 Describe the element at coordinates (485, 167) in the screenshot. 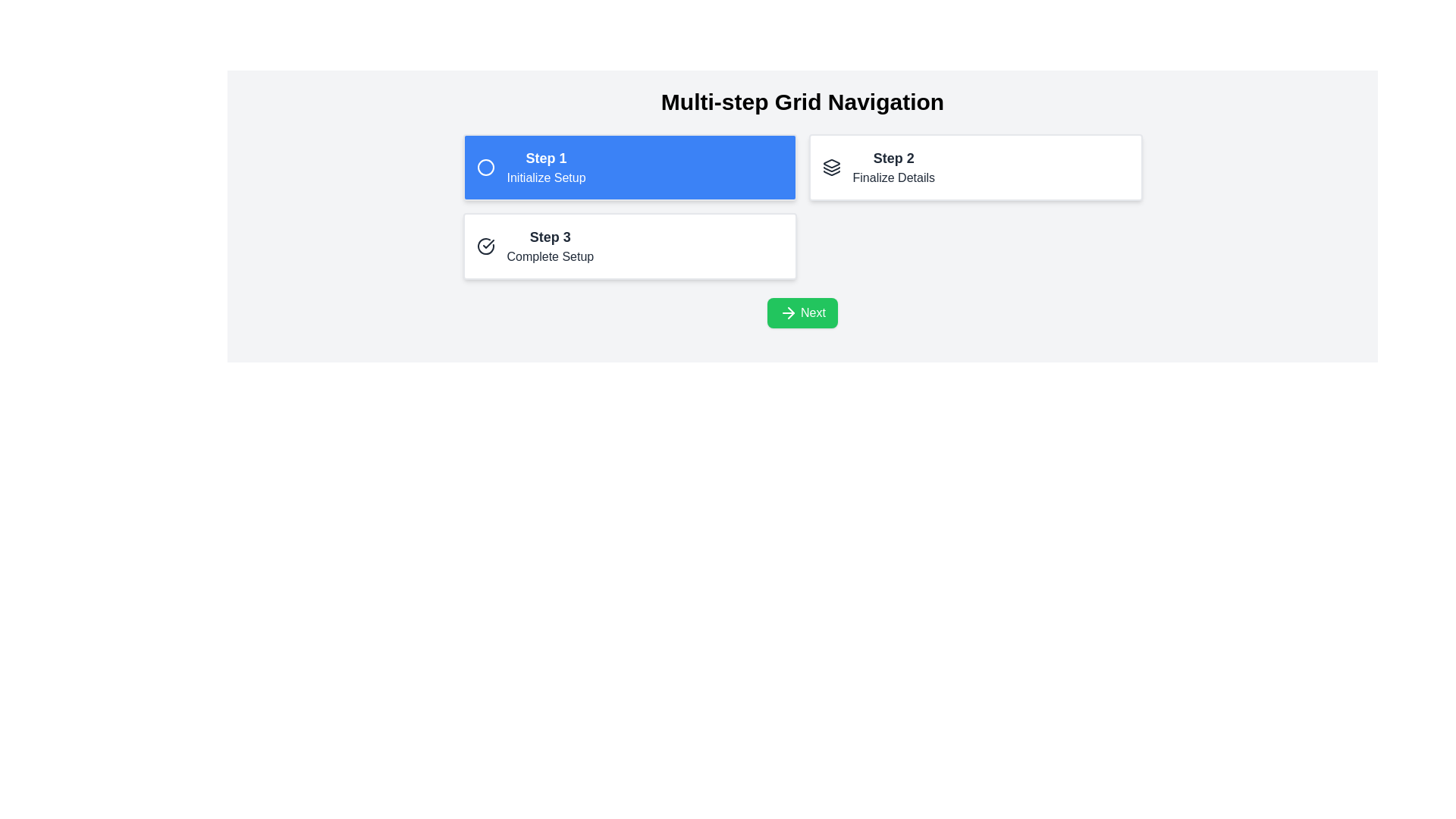

I see `the Circular icon (SVG element) that indicates progress or status in the multi-step navigation UI, located to the left of the text 'Step 1' within the blue highlighted box` at that location.